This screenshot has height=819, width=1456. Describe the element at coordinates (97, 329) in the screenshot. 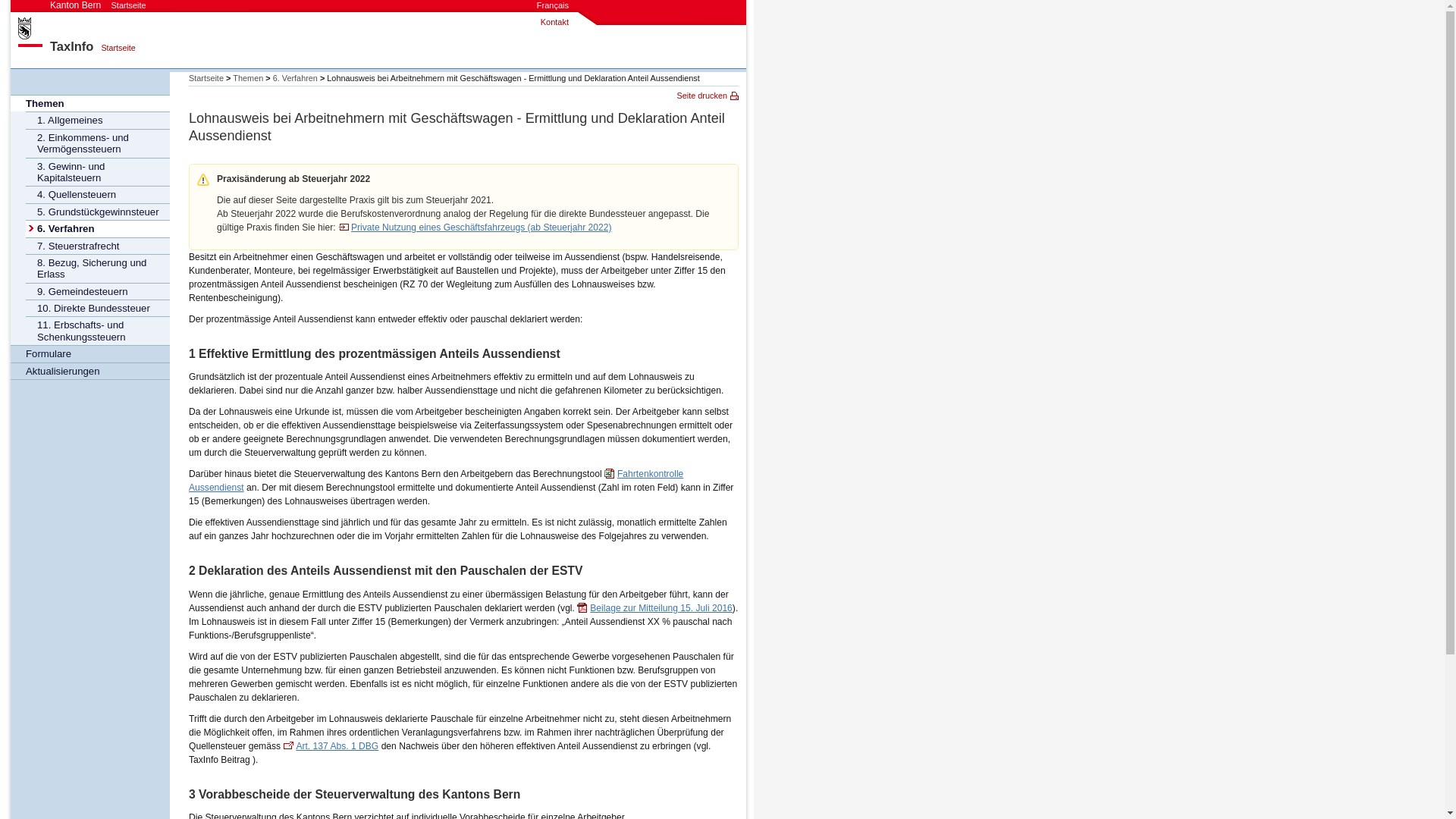

I see `'11. Erbschafts- und Schenkungssteuern'` at that location.